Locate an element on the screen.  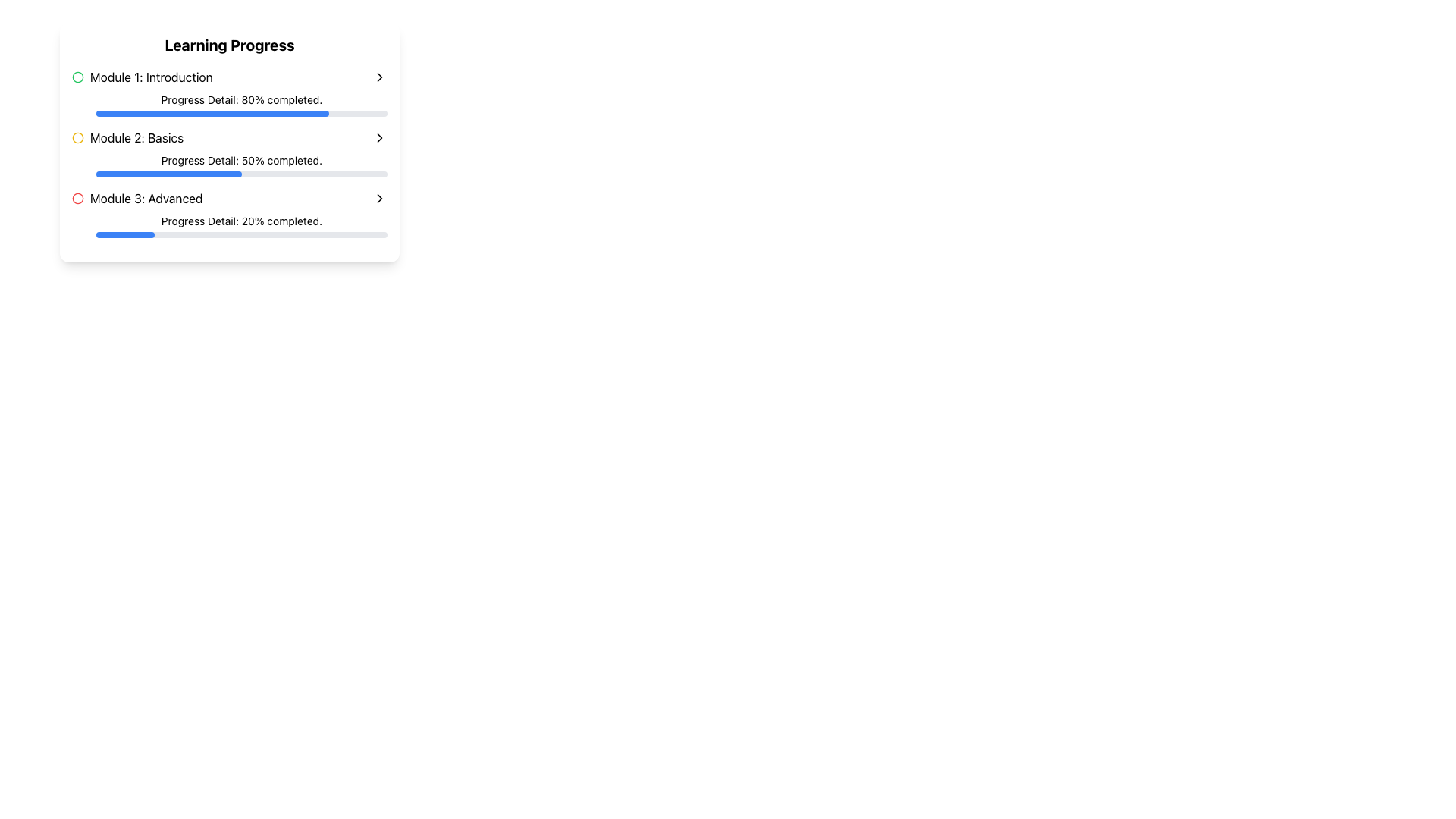
the Composite UI element displaying 'Module 3: Advanced' and 'Progress Detail: 20% completed.' is located at coordinates (228, 213).